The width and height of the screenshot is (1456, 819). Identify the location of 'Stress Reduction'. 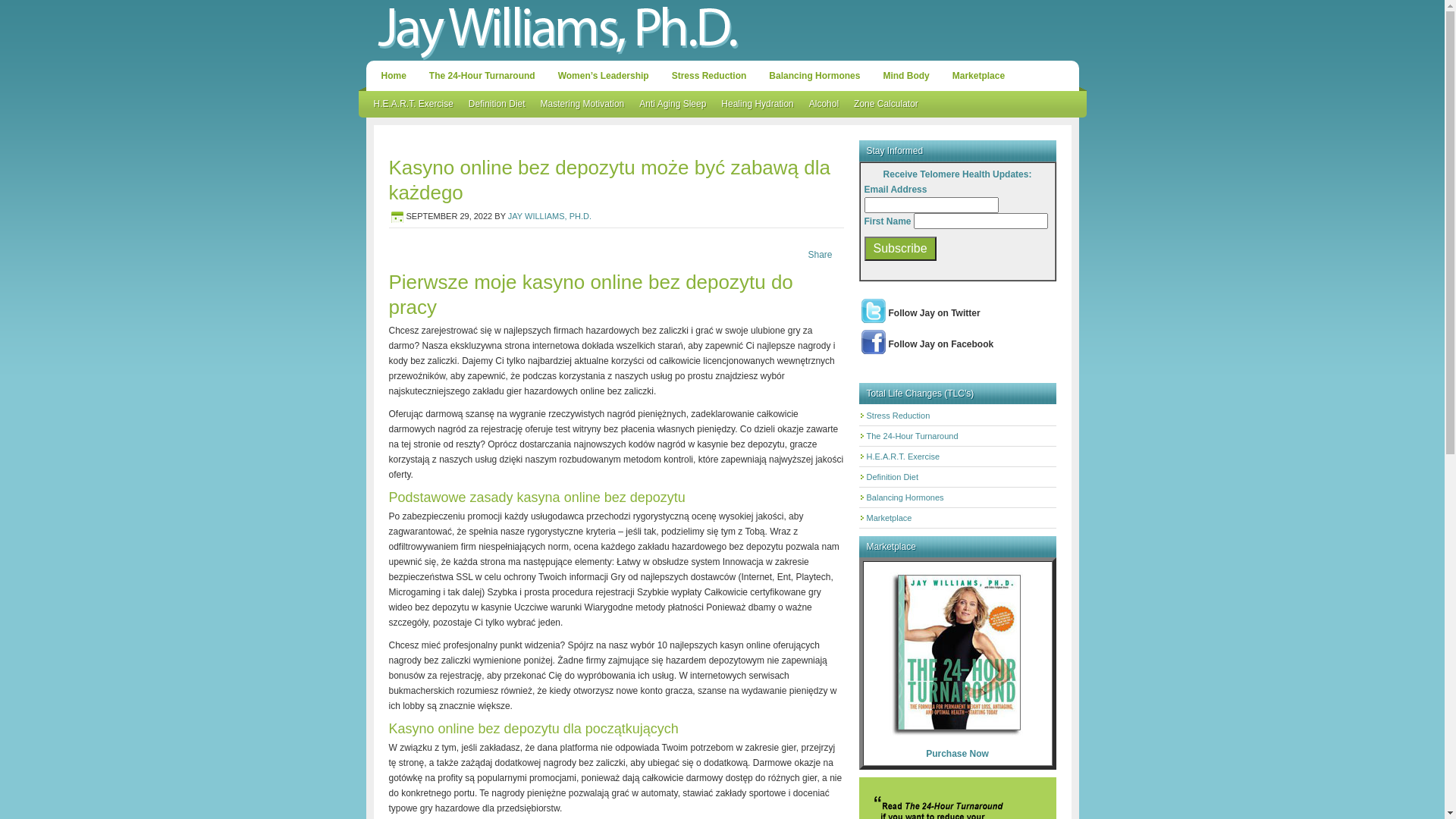
(708, 76).